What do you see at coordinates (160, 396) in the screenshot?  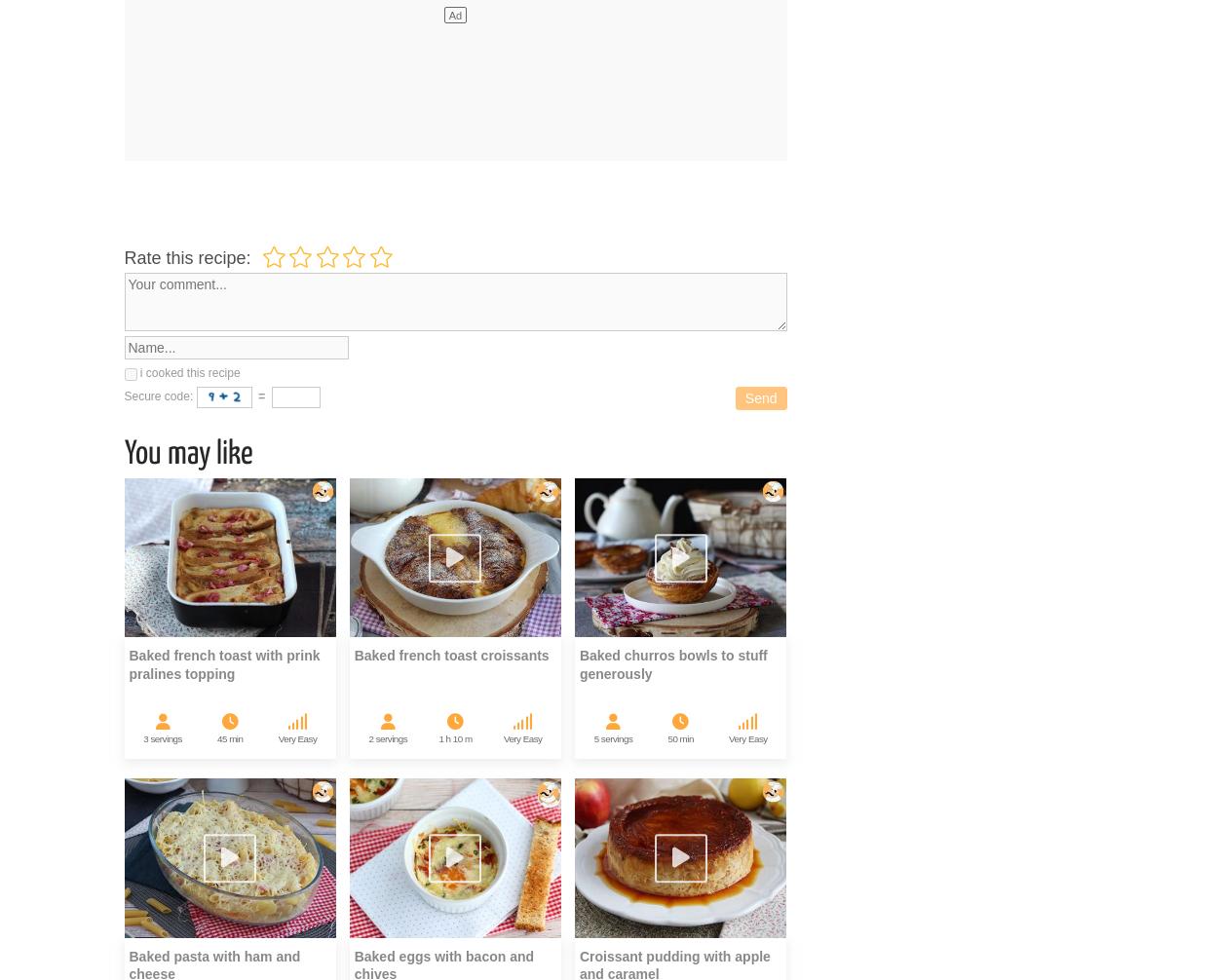 I see `'Secure code:'` at bounding box center [160, 396].